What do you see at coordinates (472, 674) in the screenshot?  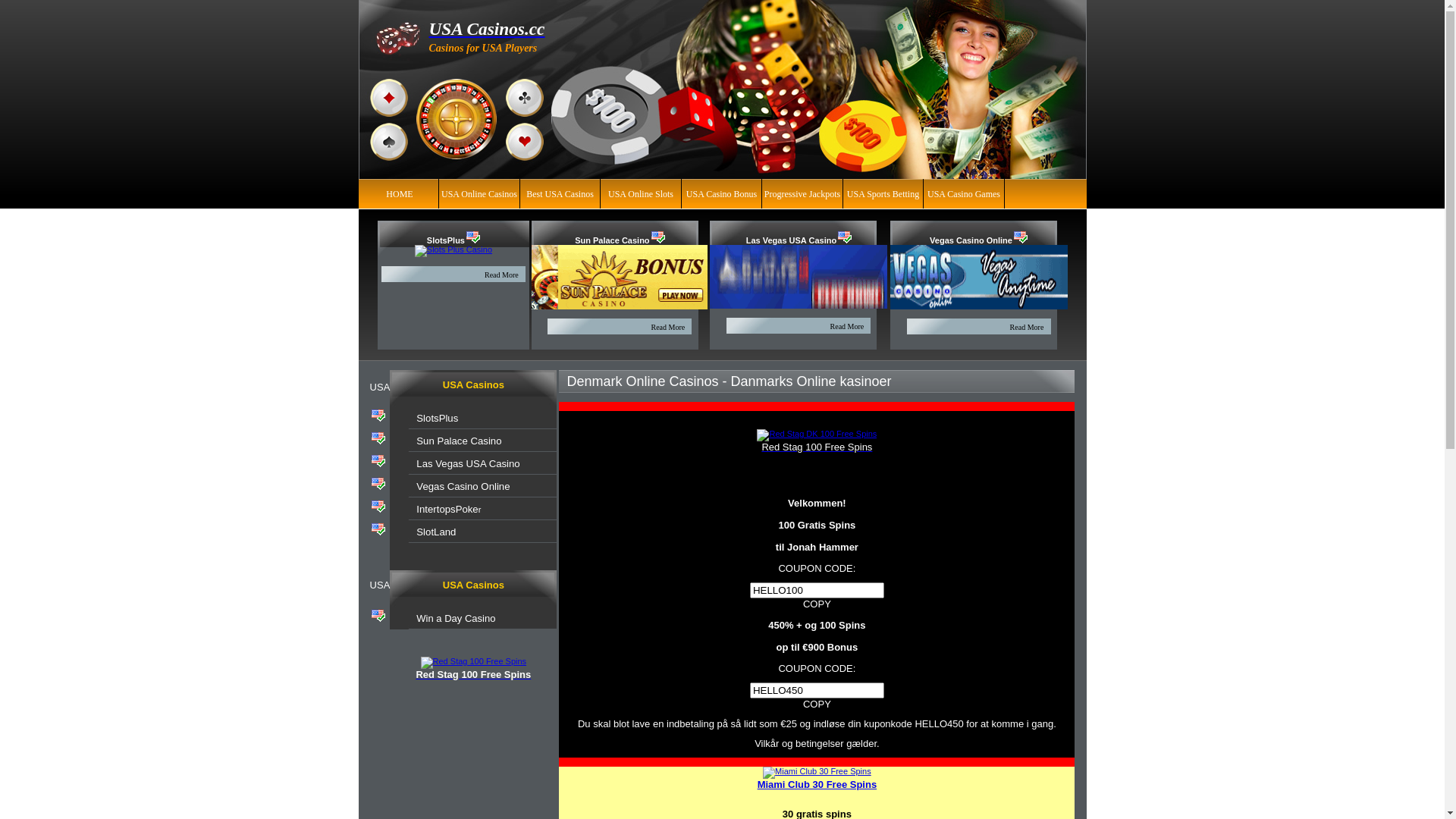 I see `'Red Stag 100 Free Spins'` at bounding box center [472, 674].